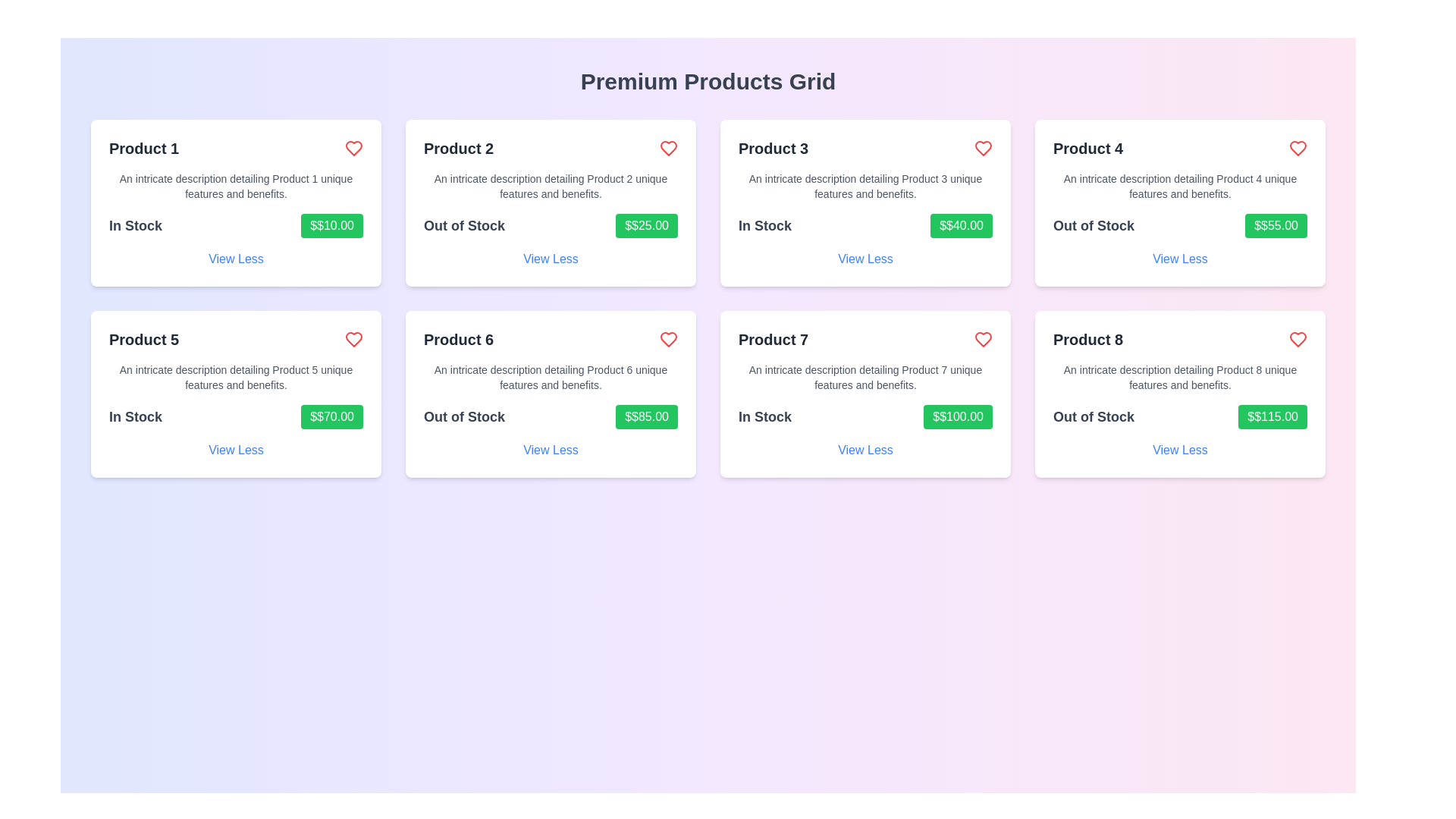  What do you see at coordinates (1298, 149) in the screenshot?
I see `the heart-shaped icon in the top-right corner of the card displaying information about Product 4` at bounding box center [1298, 149].